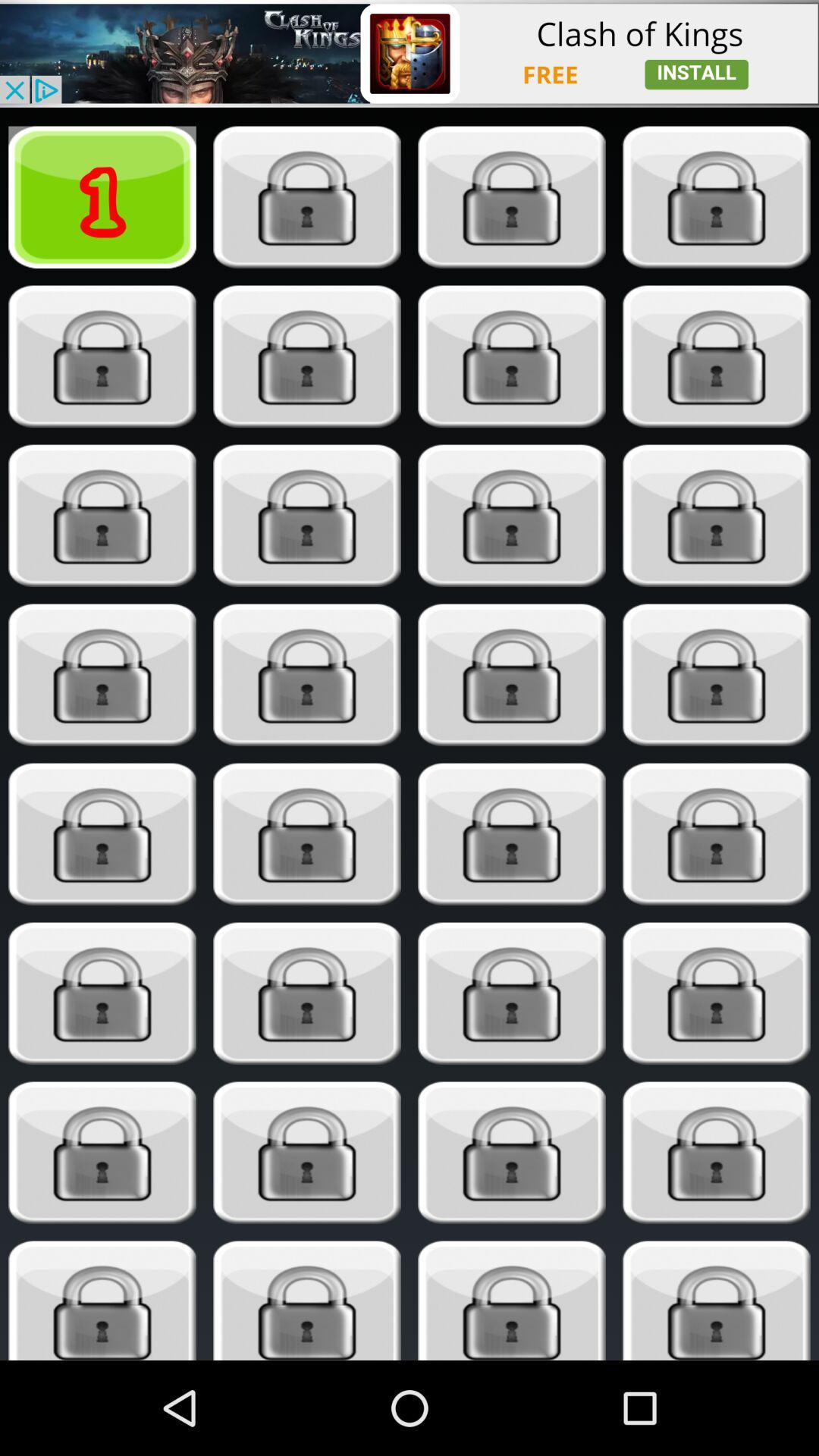  I want to click on open locked app, so click(717, 516).